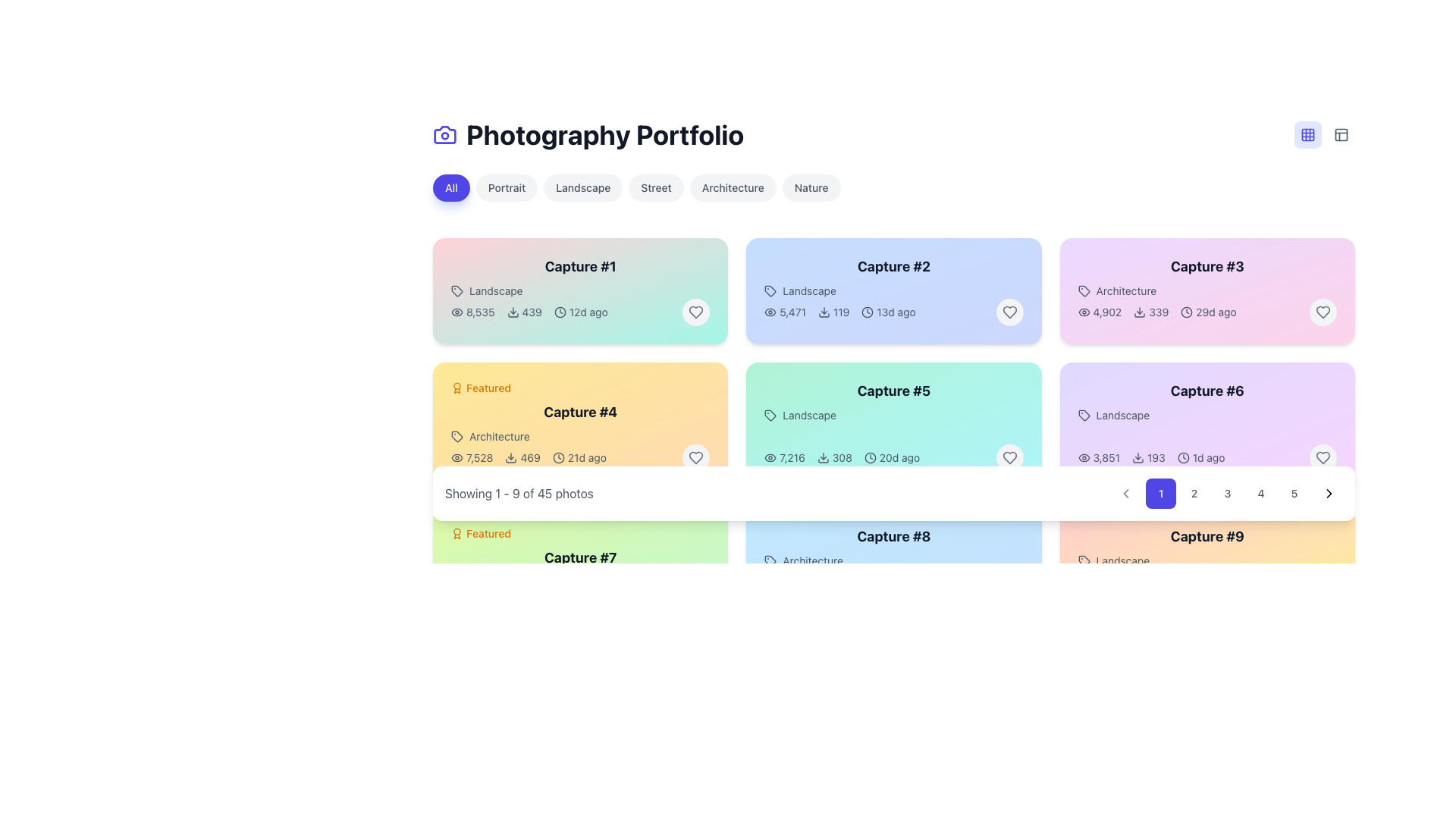  Describe the element at coordinates (522, 457) in the screenshot. I see `the Statistical Display with Icon element showing the number '469' next to a download icon, located in the information block of the photo card labeled 'Capture #4'` at that location.